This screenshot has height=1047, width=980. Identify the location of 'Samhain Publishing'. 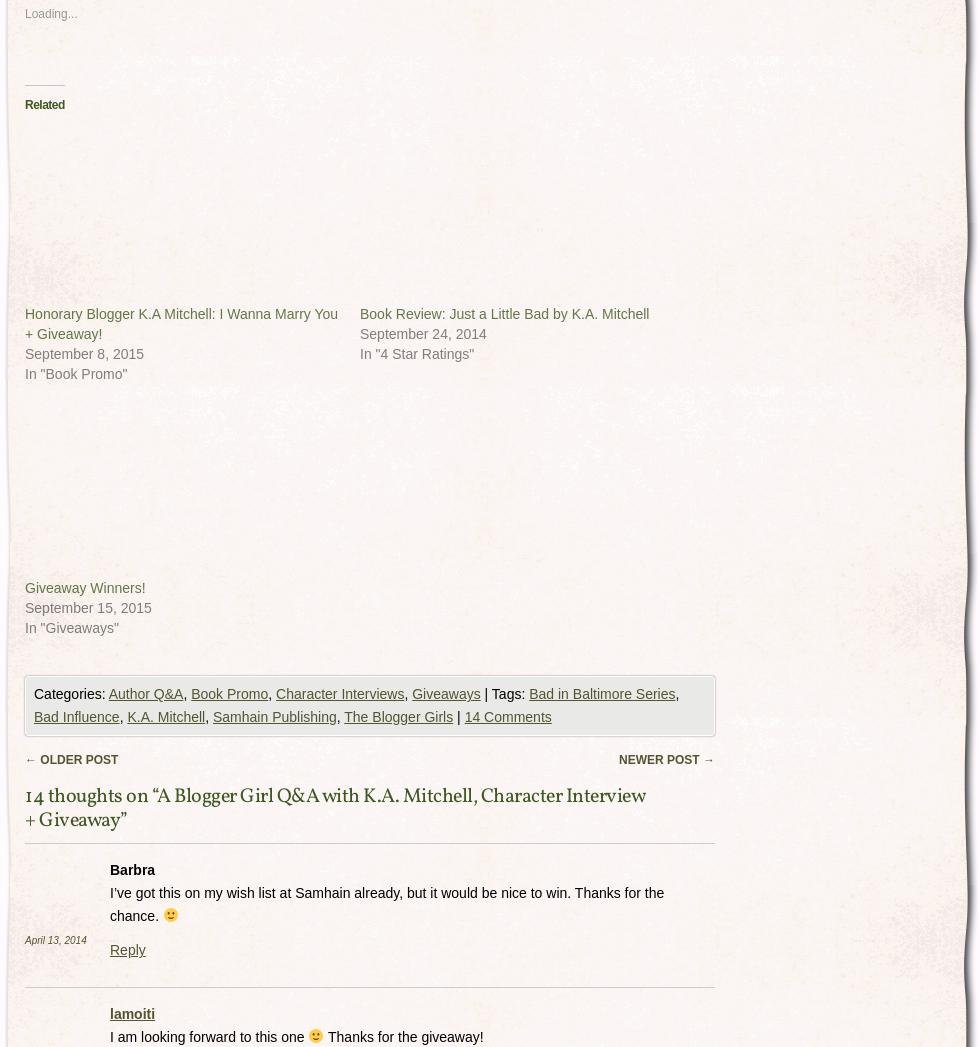
(274, 716).